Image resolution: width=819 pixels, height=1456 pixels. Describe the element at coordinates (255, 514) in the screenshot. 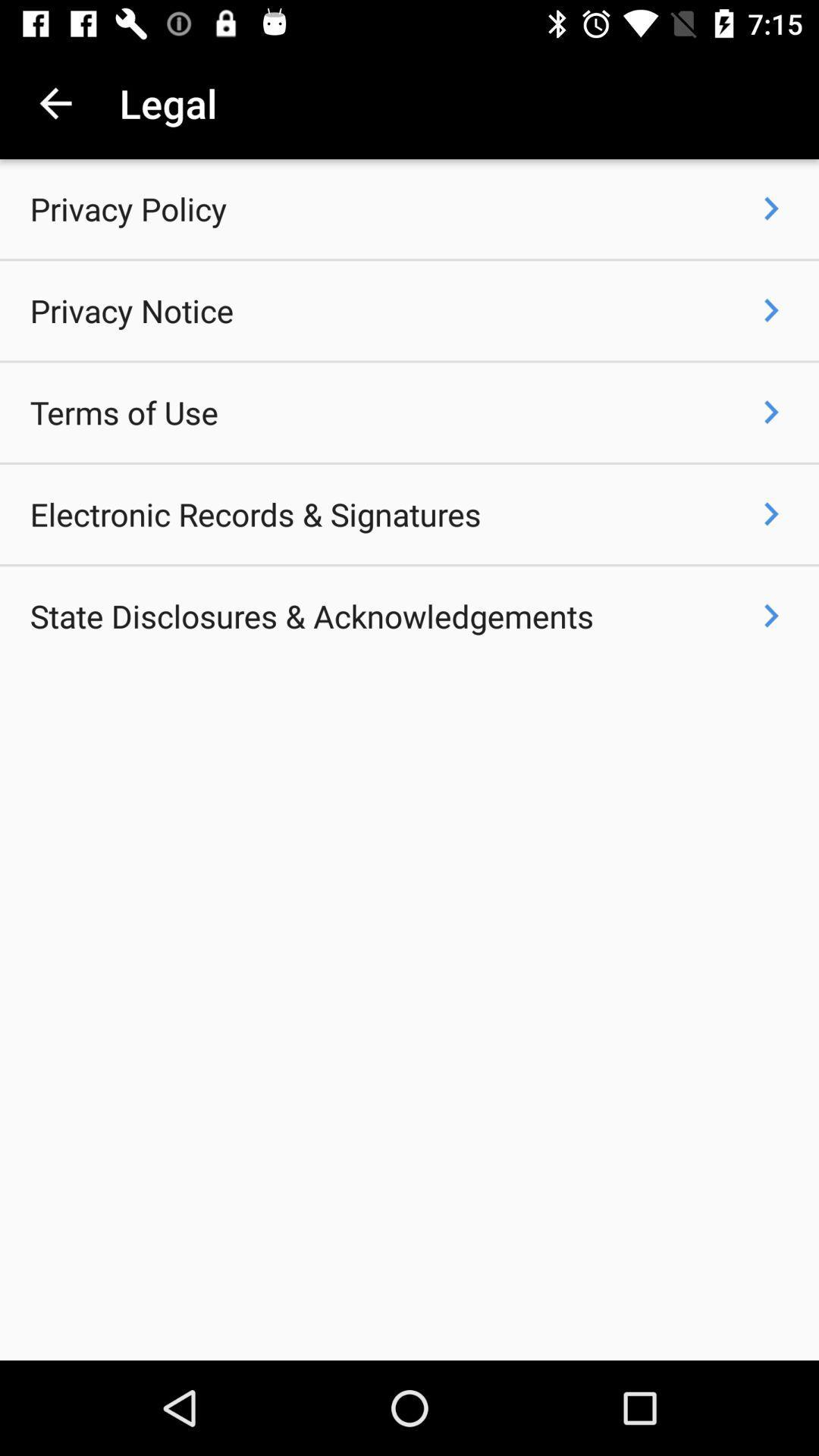

I see `item below the terms of use icon` at that location.